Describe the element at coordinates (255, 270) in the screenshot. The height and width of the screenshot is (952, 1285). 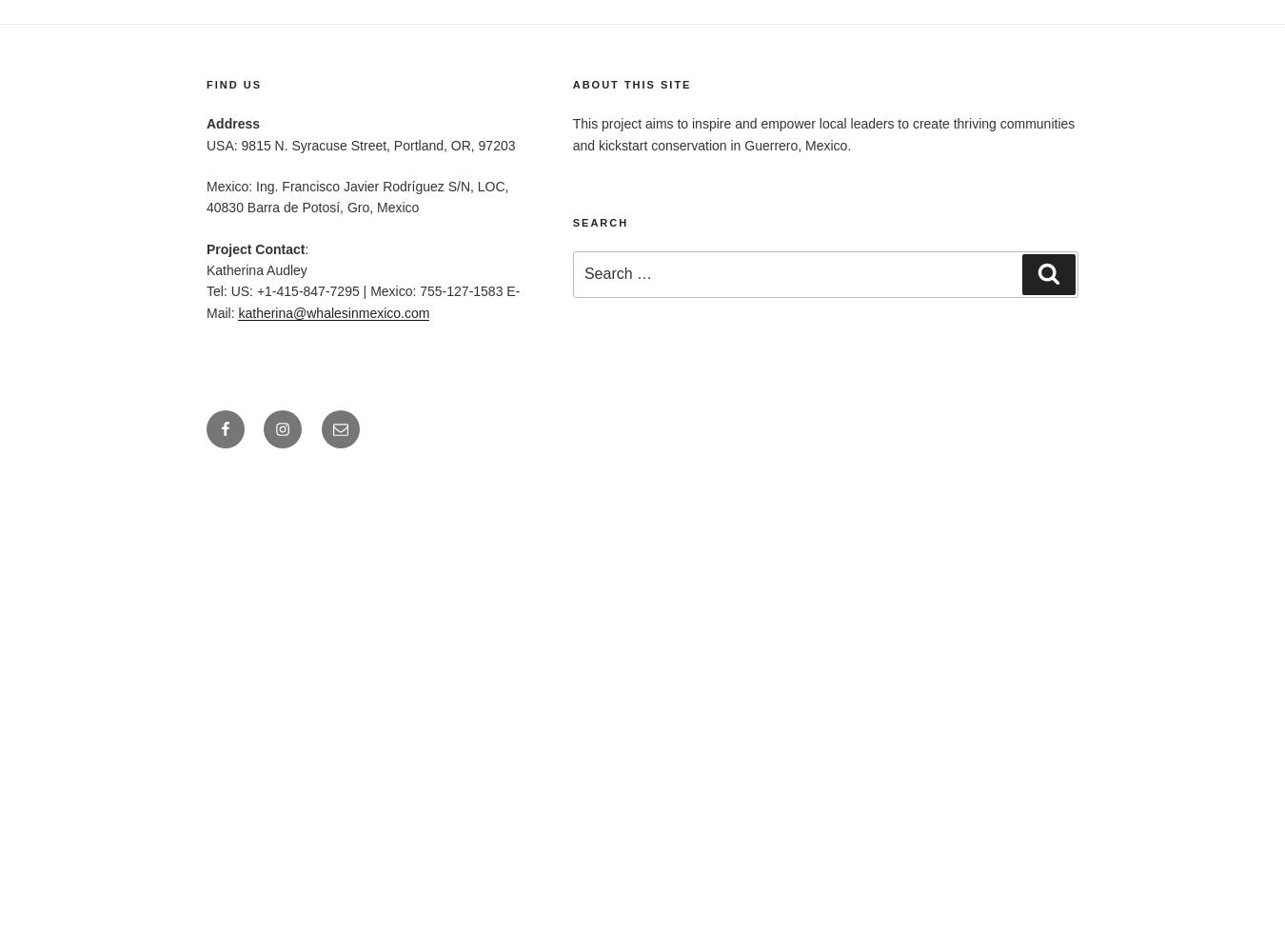
I see `'Katherina Audley'` at that location.